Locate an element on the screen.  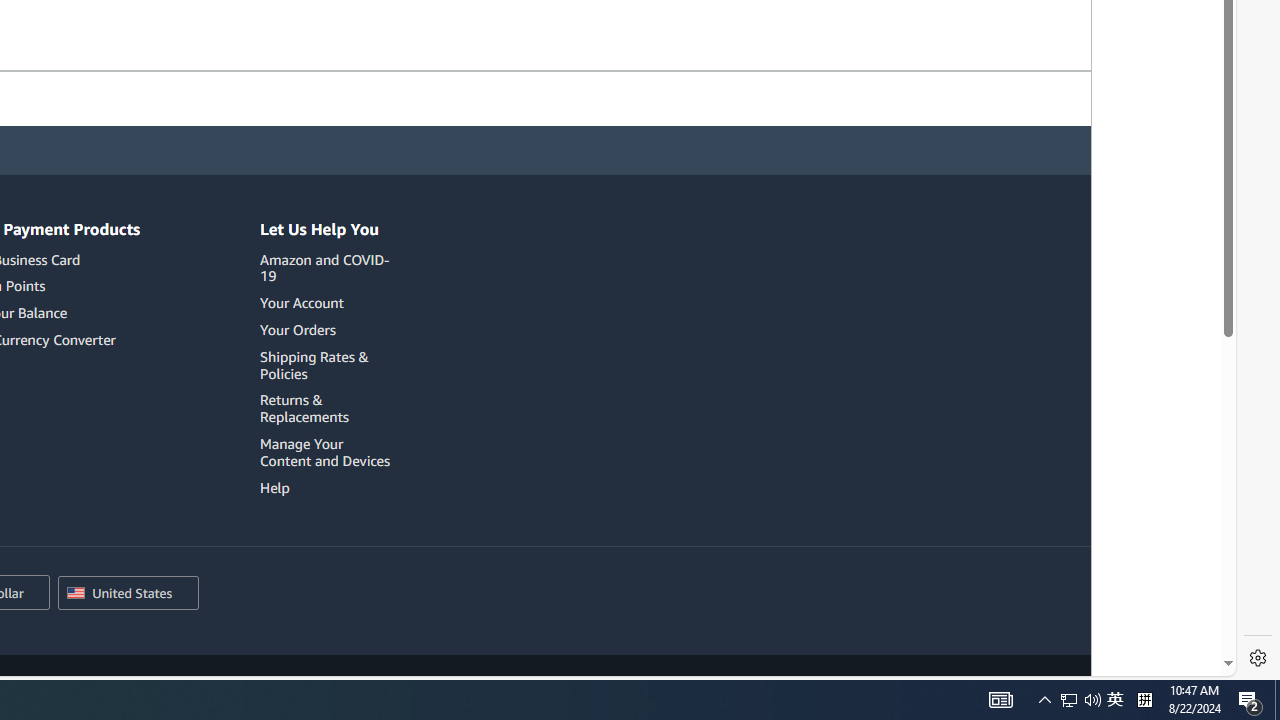
'Your Orders' is located at coordinates (296, 328).